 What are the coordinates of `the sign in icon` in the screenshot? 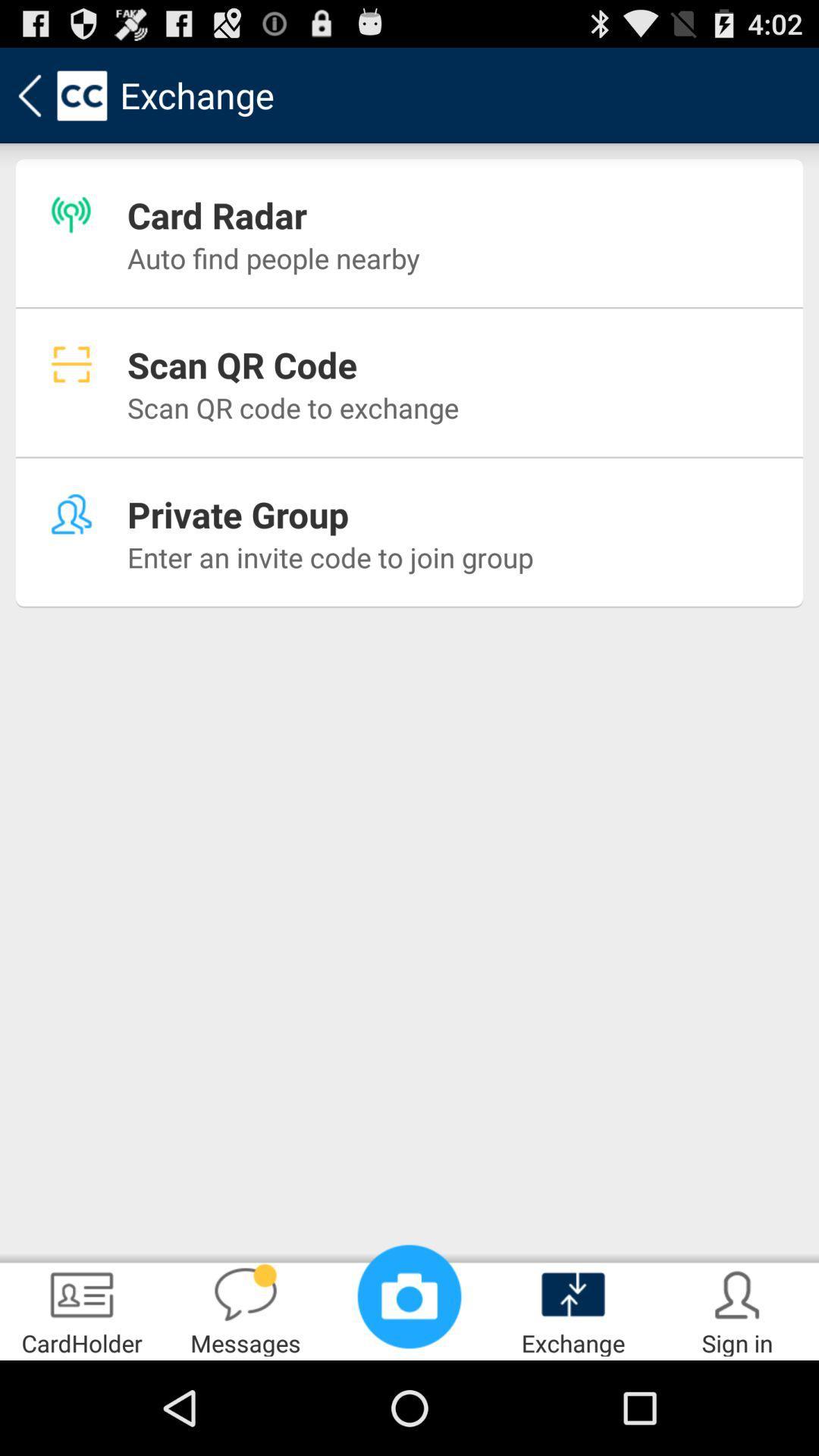 It's located at (736, 1309).